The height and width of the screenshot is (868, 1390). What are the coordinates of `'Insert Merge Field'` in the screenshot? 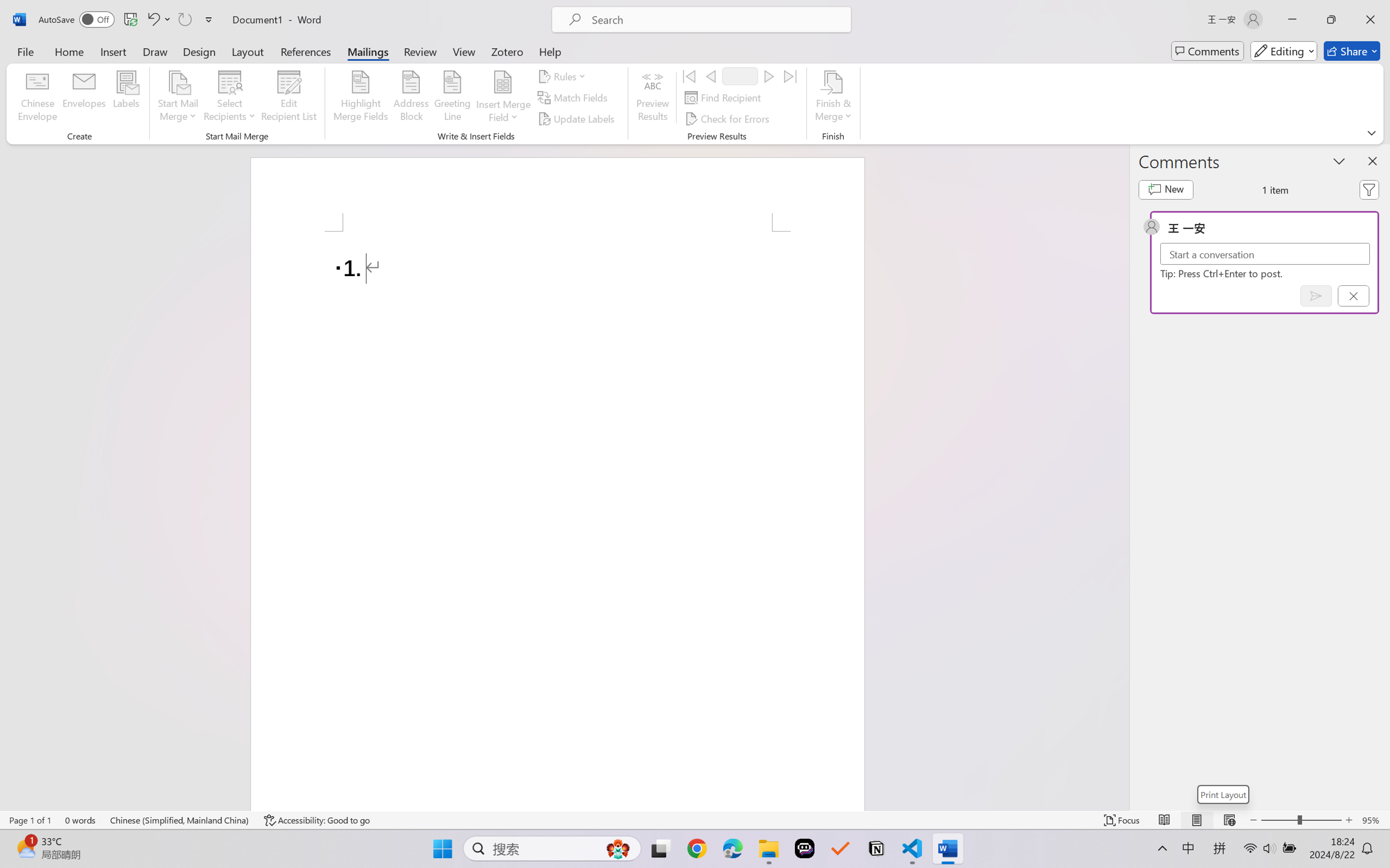 It's located at (503, 82).